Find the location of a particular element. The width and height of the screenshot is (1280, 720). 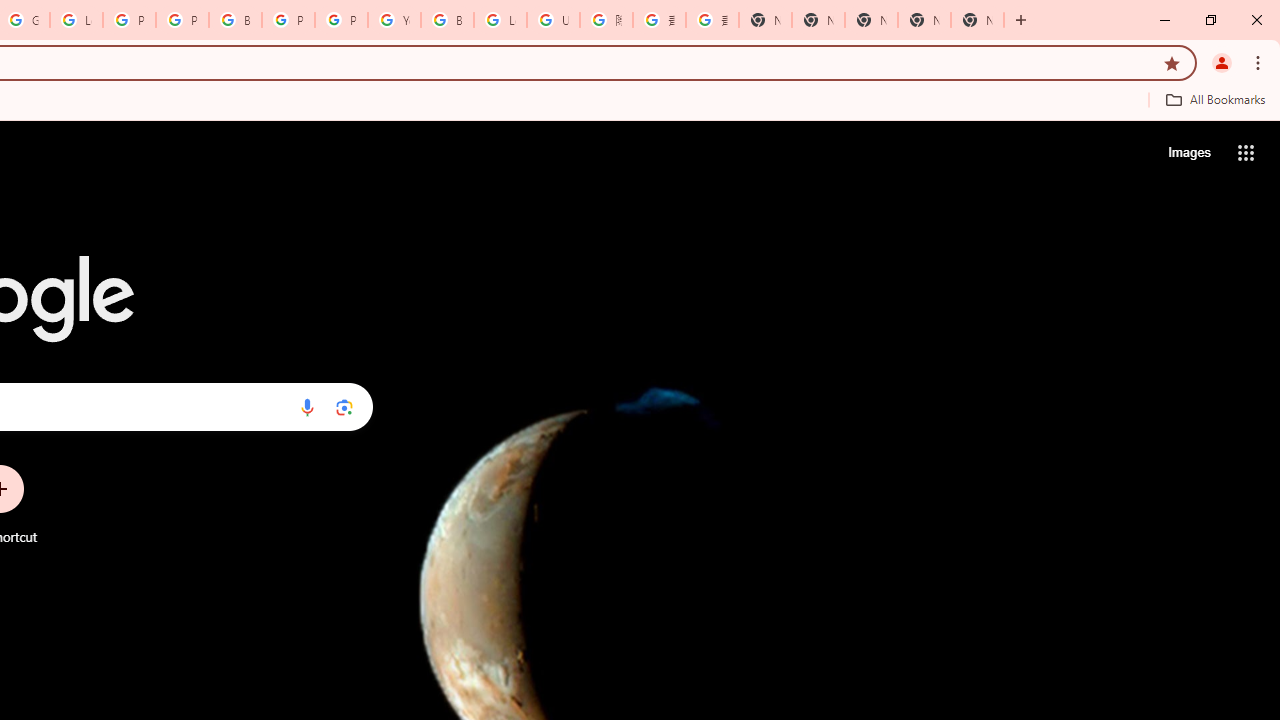

'Search by voice' is located at coordinates (306, 406).